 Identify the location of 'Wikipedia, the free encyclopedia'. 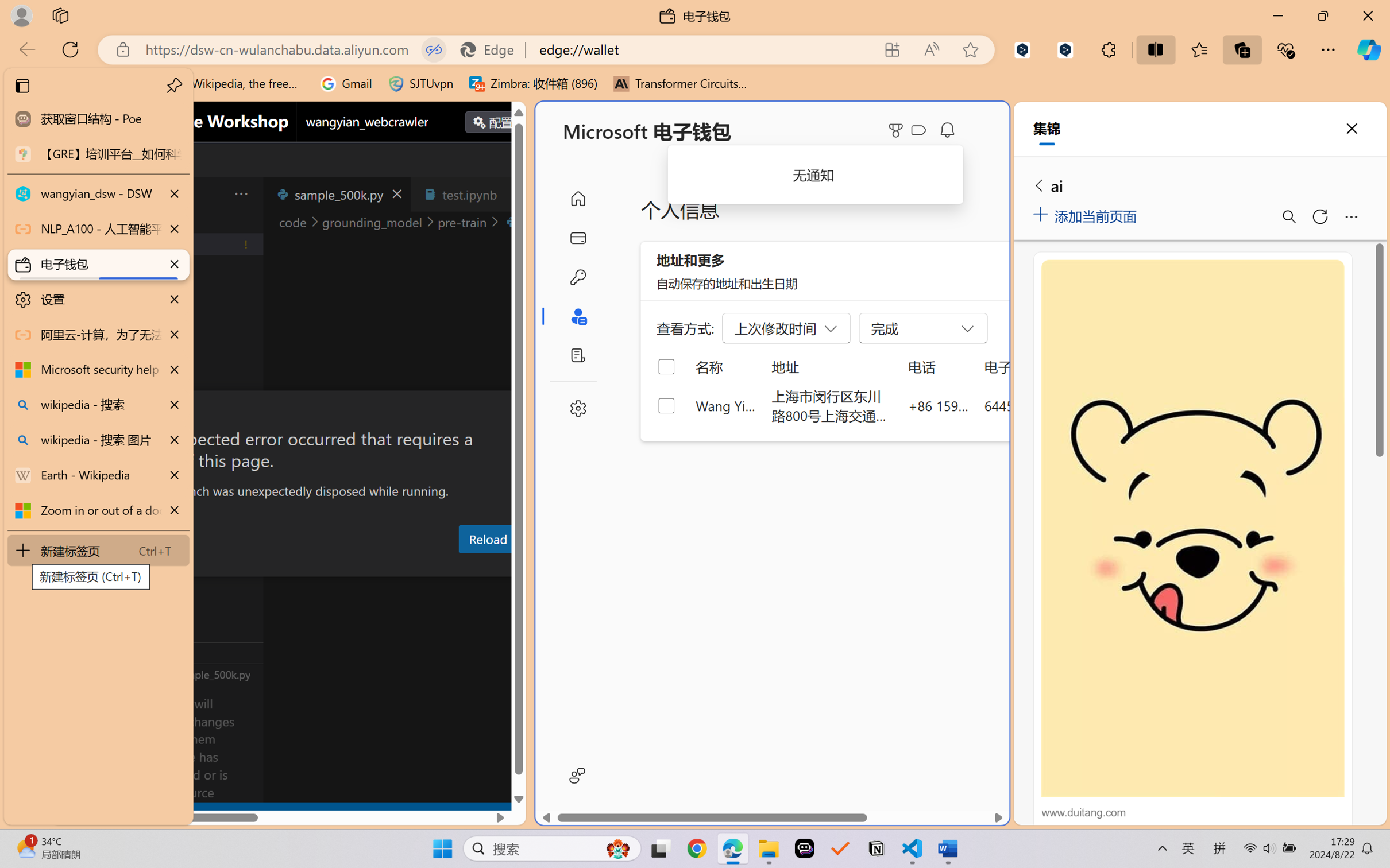
(236, 83).